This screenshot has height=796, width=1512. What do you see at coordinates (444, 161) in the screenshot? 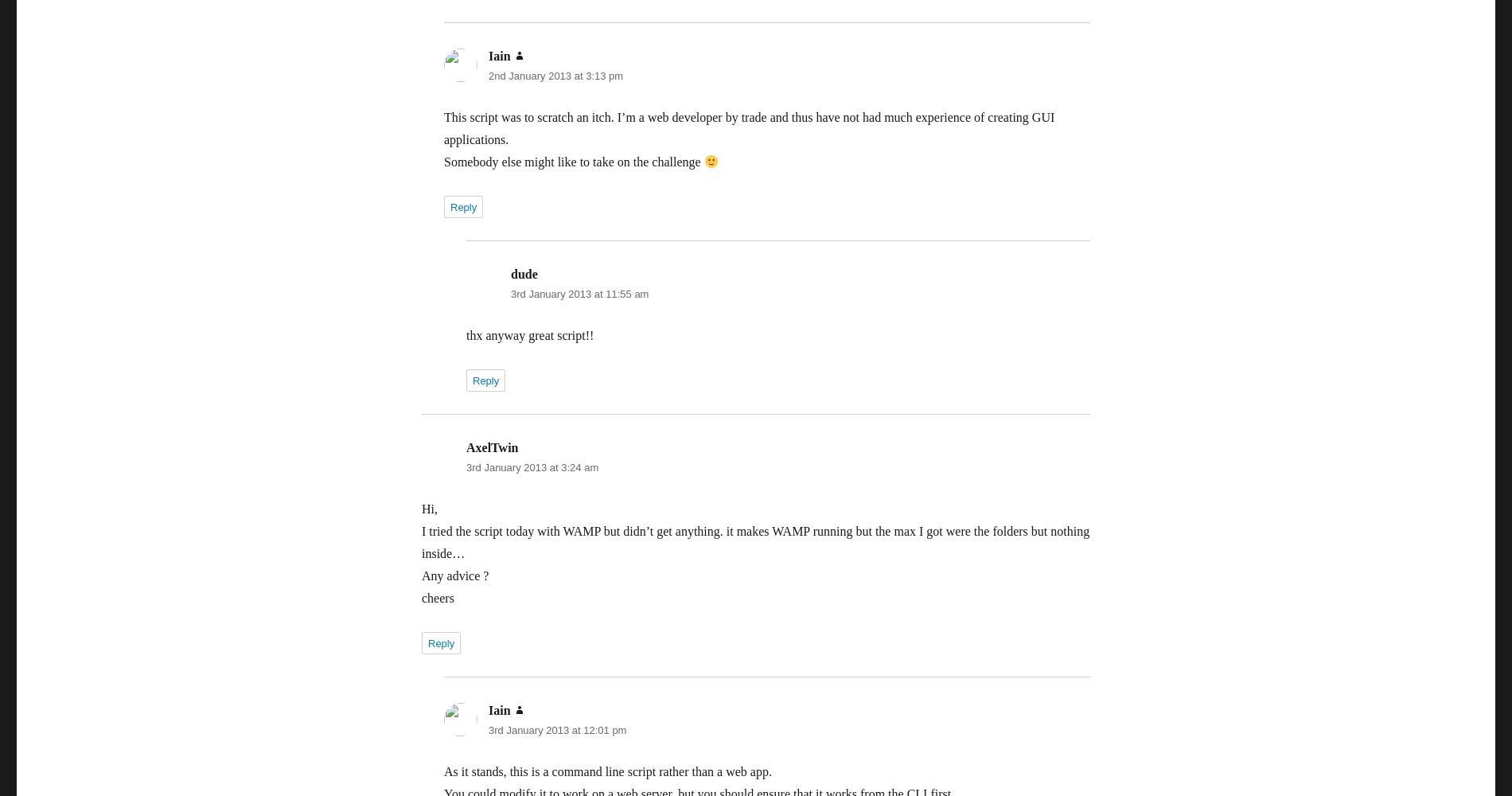
I see `'Somebody else might like to take on the challenge'` at bounding box center [444, 161].